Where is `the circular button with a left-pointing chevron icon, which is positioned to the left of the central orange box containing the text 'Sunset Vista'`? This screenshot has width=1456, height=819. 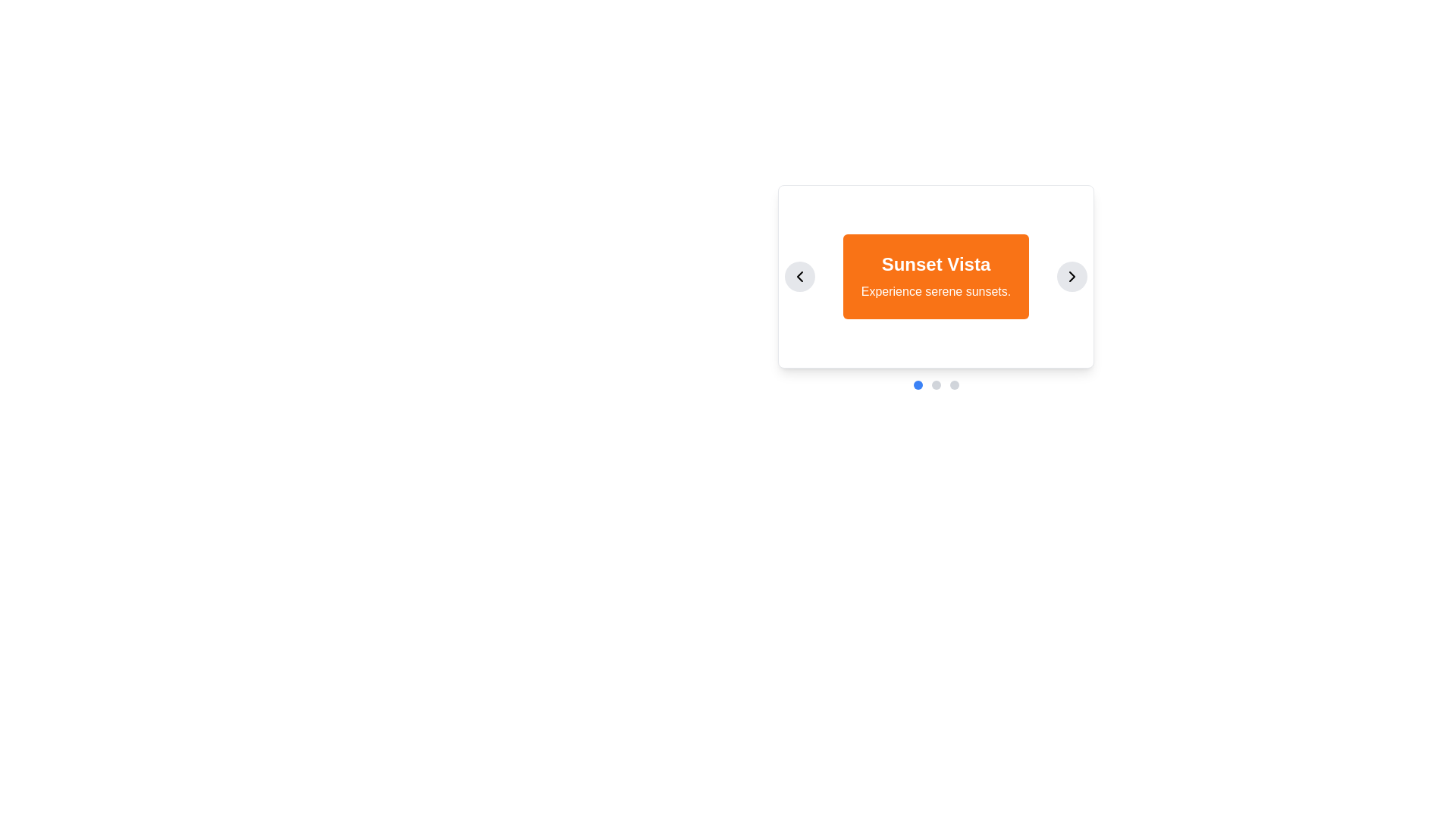
the circular button with a left-pointing chevron icon, which is positioned to the left of the central orange box containing the text 'Sunset Vista' is located at coordinates (799, 277).